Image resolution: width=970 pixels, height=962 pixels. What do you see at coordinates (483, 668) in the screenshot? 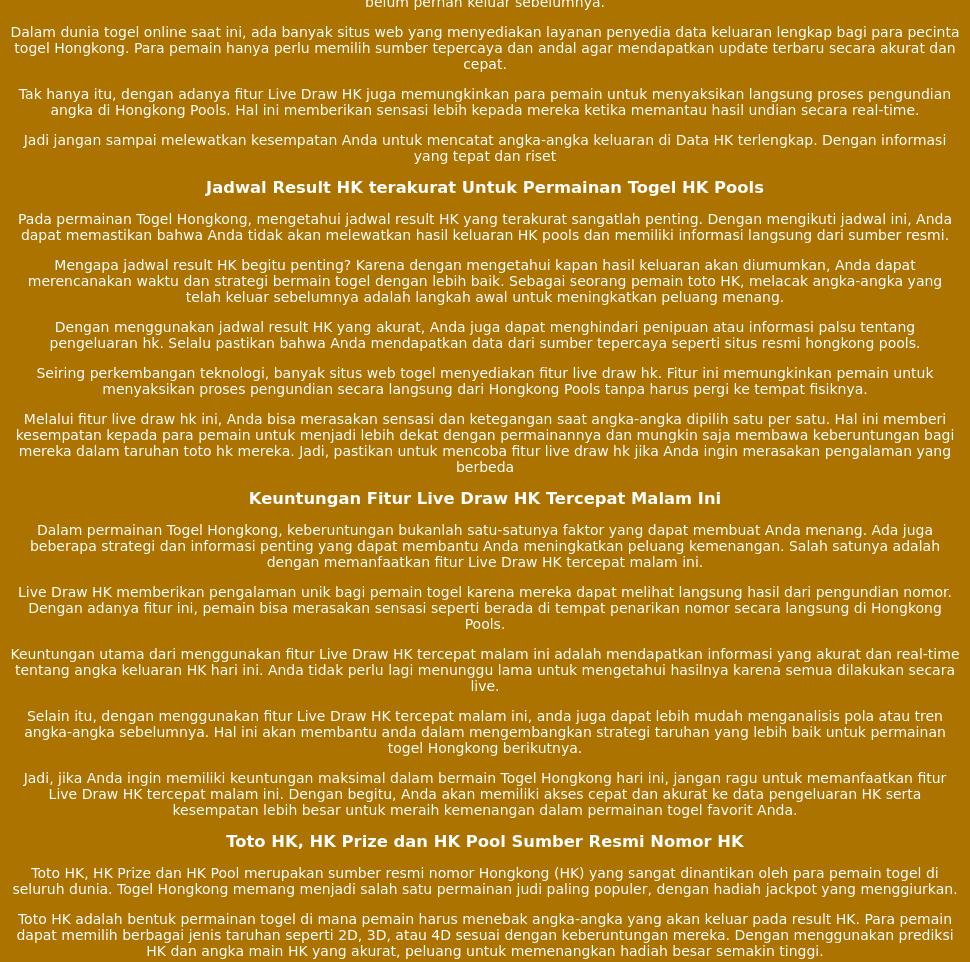
I see `'Keuntungan utama dari menggunakan fitur Live Draw HK tercepat malam ini adalah mendapatkan informasi yang akurat dan real-time tentang angka keluaran HK hari ini. Anda tidak perlu lagi menunggu lama untuk mengetahui hasilnya karena semua dilakukan secara live.'` at bounding box center [483, 668].